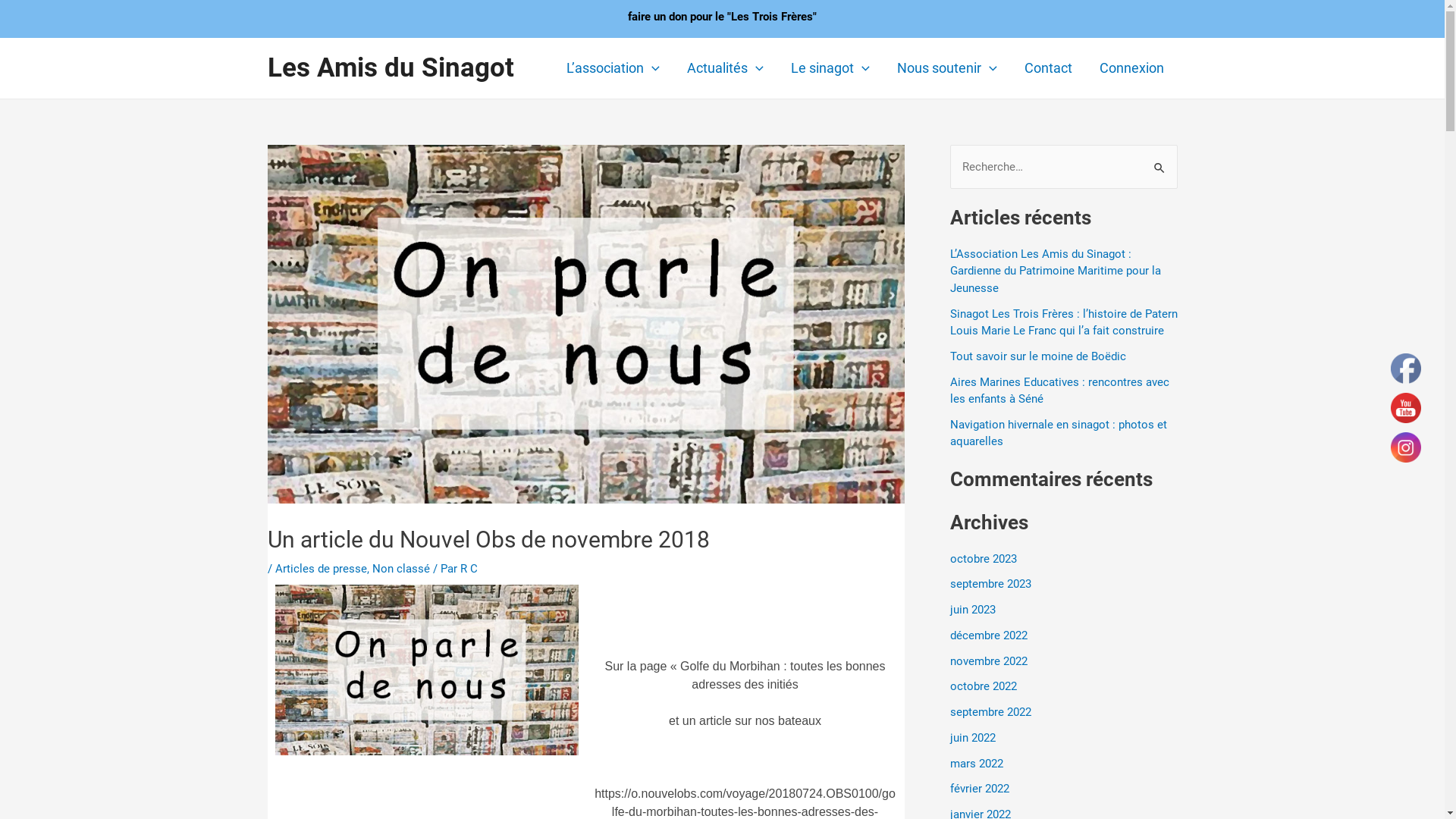 The image size is (1456, 819). Describe the element at coordinates (987, 660) in the screenshot. I see `'novembre 2022'` at that location.